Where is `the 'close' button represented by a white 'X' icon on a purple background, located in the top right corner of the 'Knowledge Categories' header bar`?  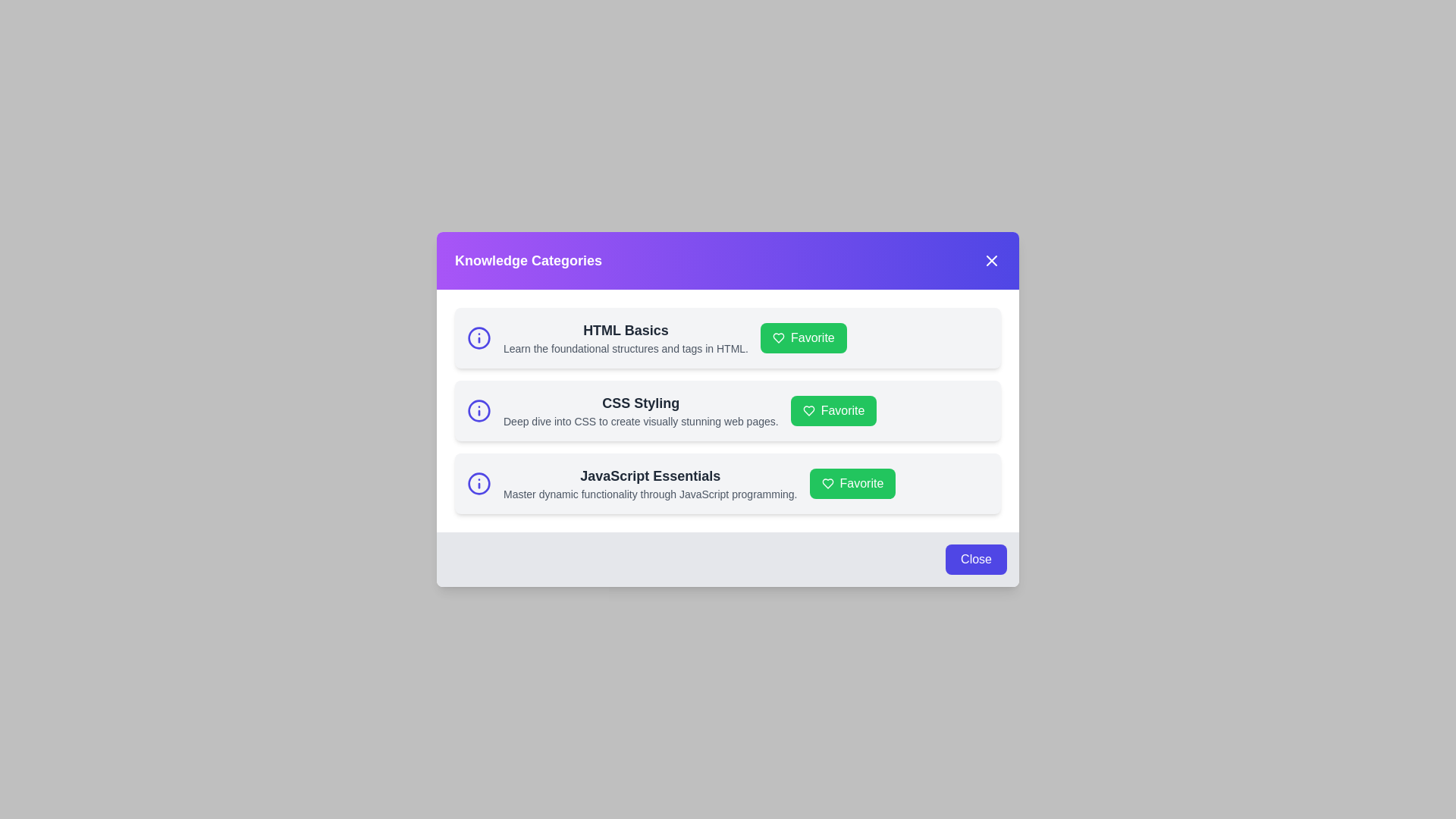
the 'close' button represented by a white 'X' icon on a purple background, located in the top right corner of the 'Knowledge Categories' header bar is located at coordinates (992, 259).